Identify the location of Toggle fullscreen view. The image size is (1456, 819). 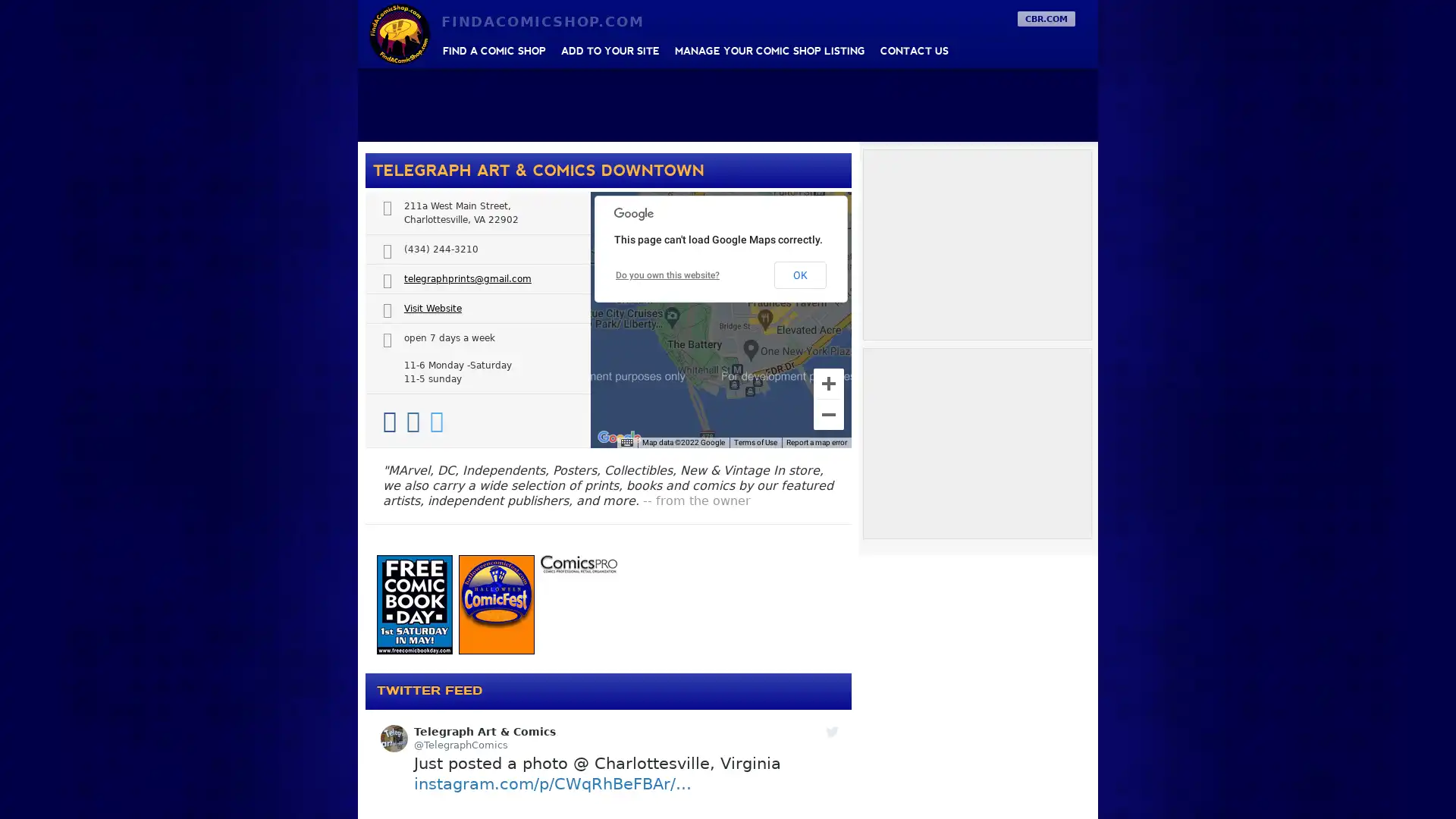
(828, 214).